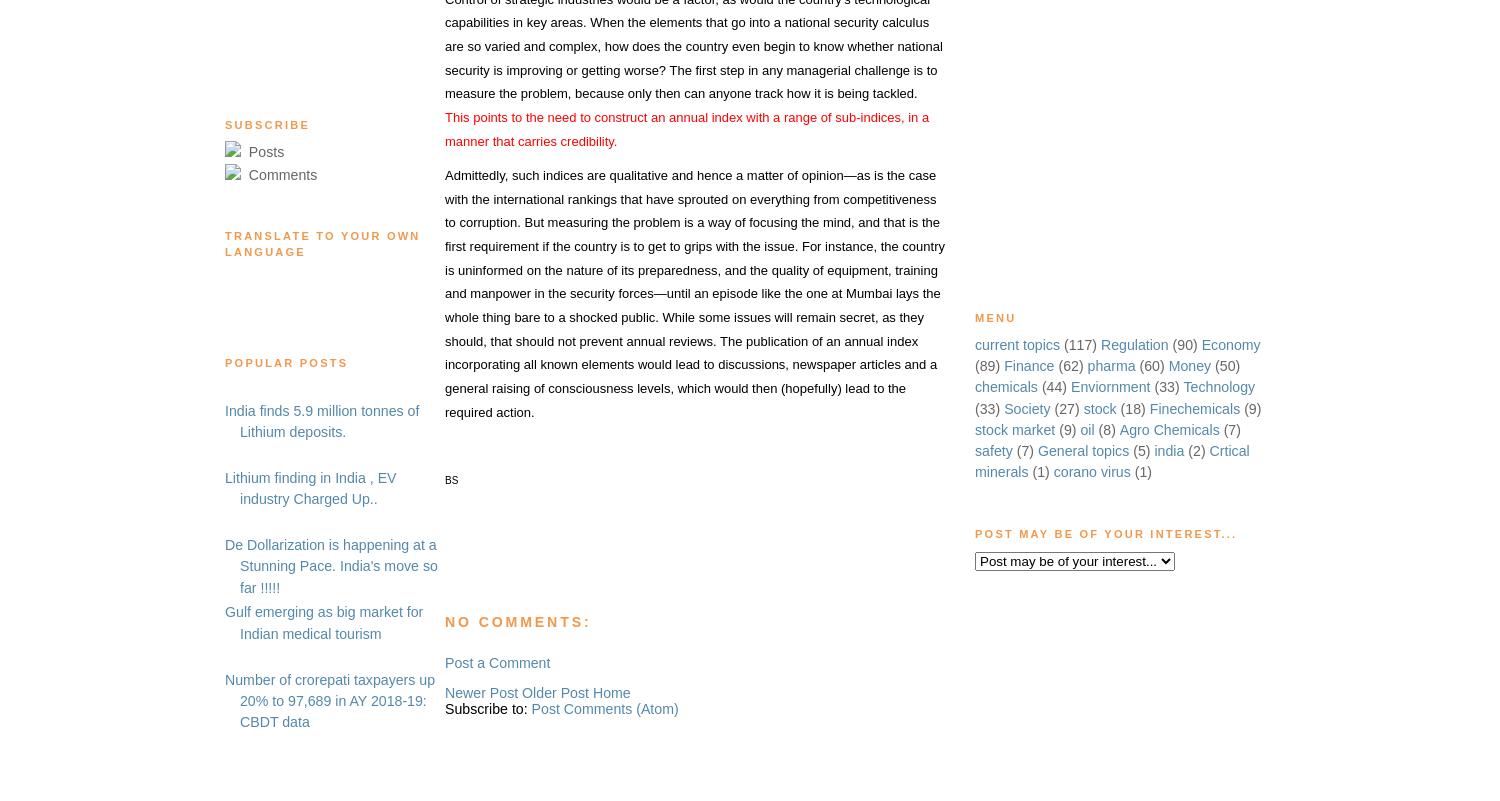 This screenshot has width=1500, height=801. What do you see at coordinates (1193, 407) in the screenshot?
I see `'Finechemicals'` at bounding box center [1193, 407].